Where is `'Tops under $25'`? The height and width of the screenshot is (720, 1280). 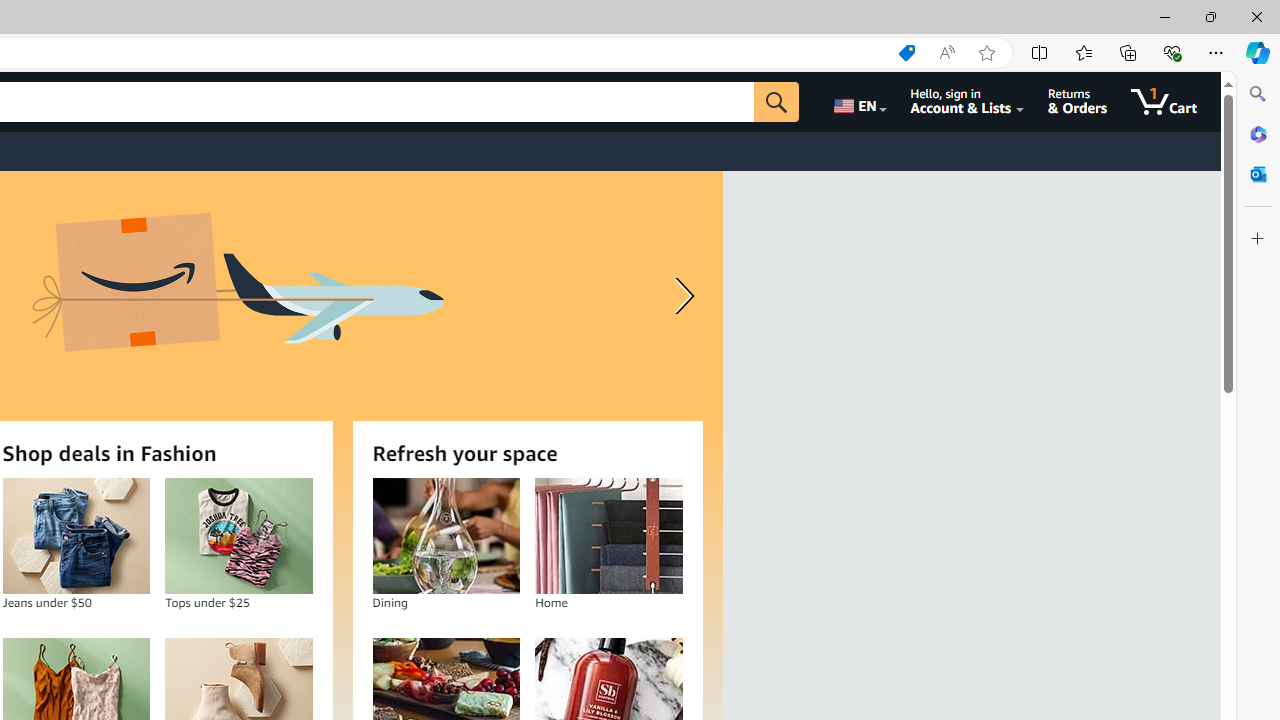 'Tops under $25' is located at coordinates (238, 535).